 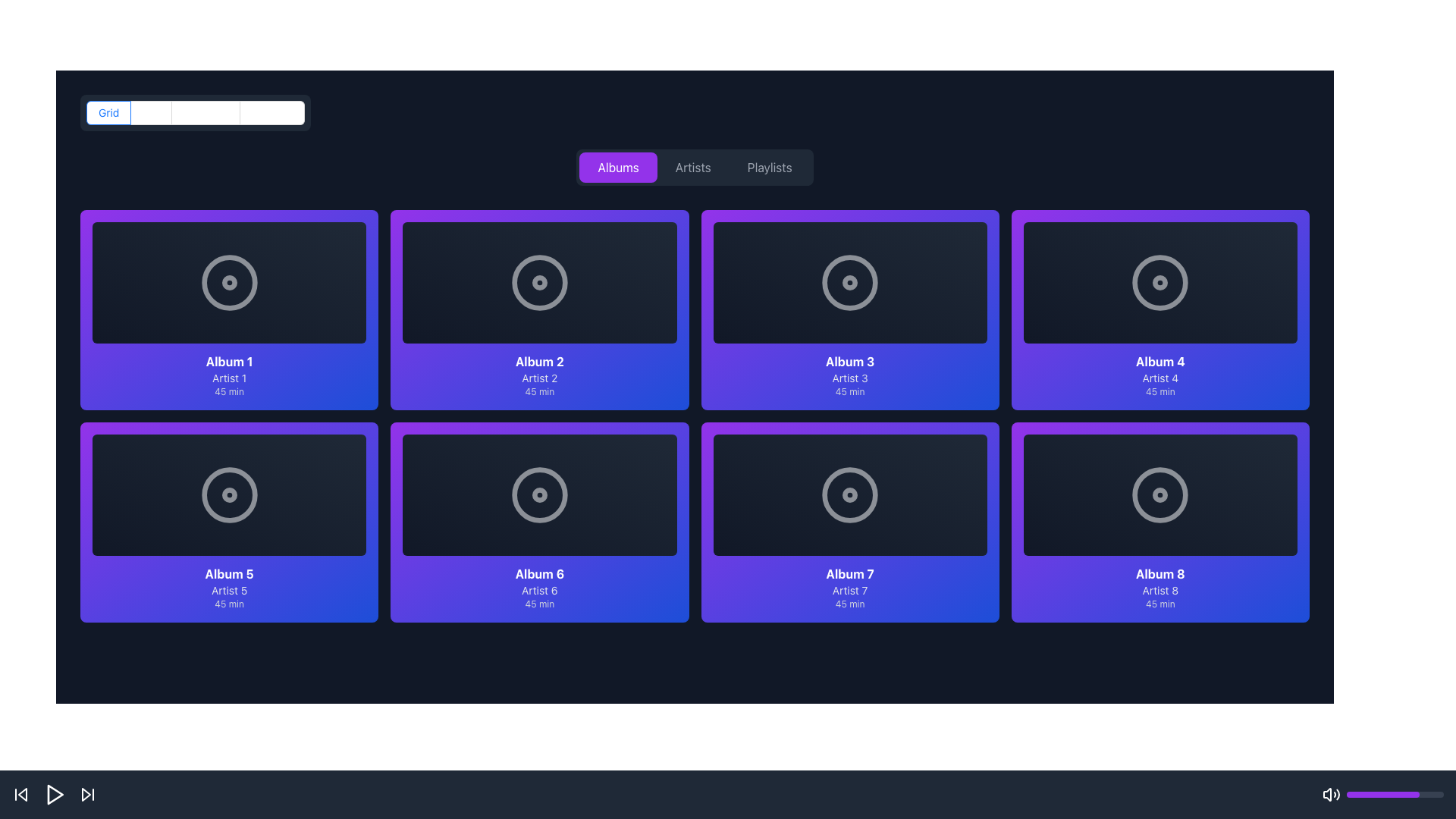 I want to click on the slider value, so click(x=1391, y=794).